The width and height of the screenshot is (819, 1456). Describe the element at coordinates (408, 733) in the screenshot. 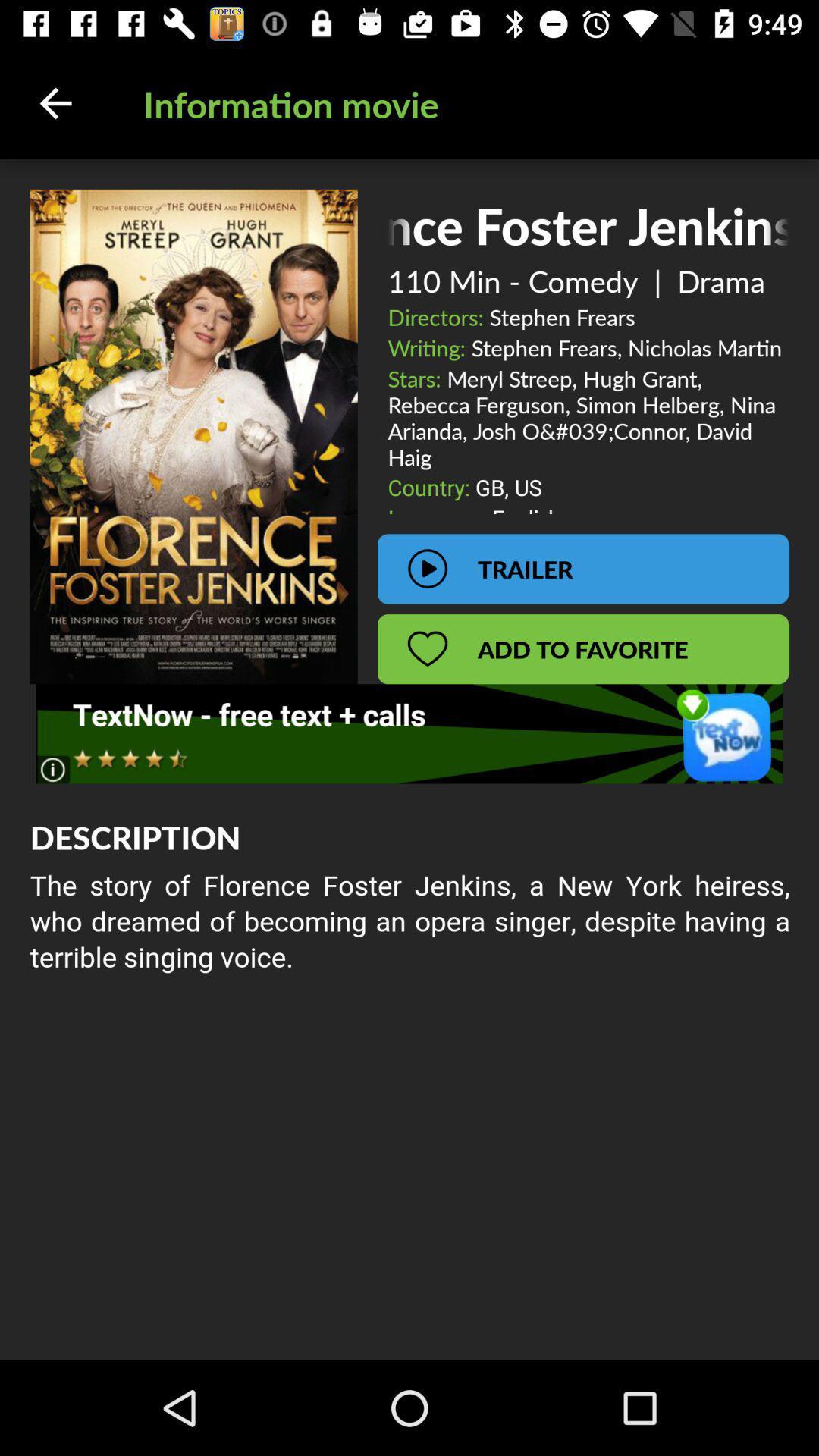

I see `advisement` at that location.